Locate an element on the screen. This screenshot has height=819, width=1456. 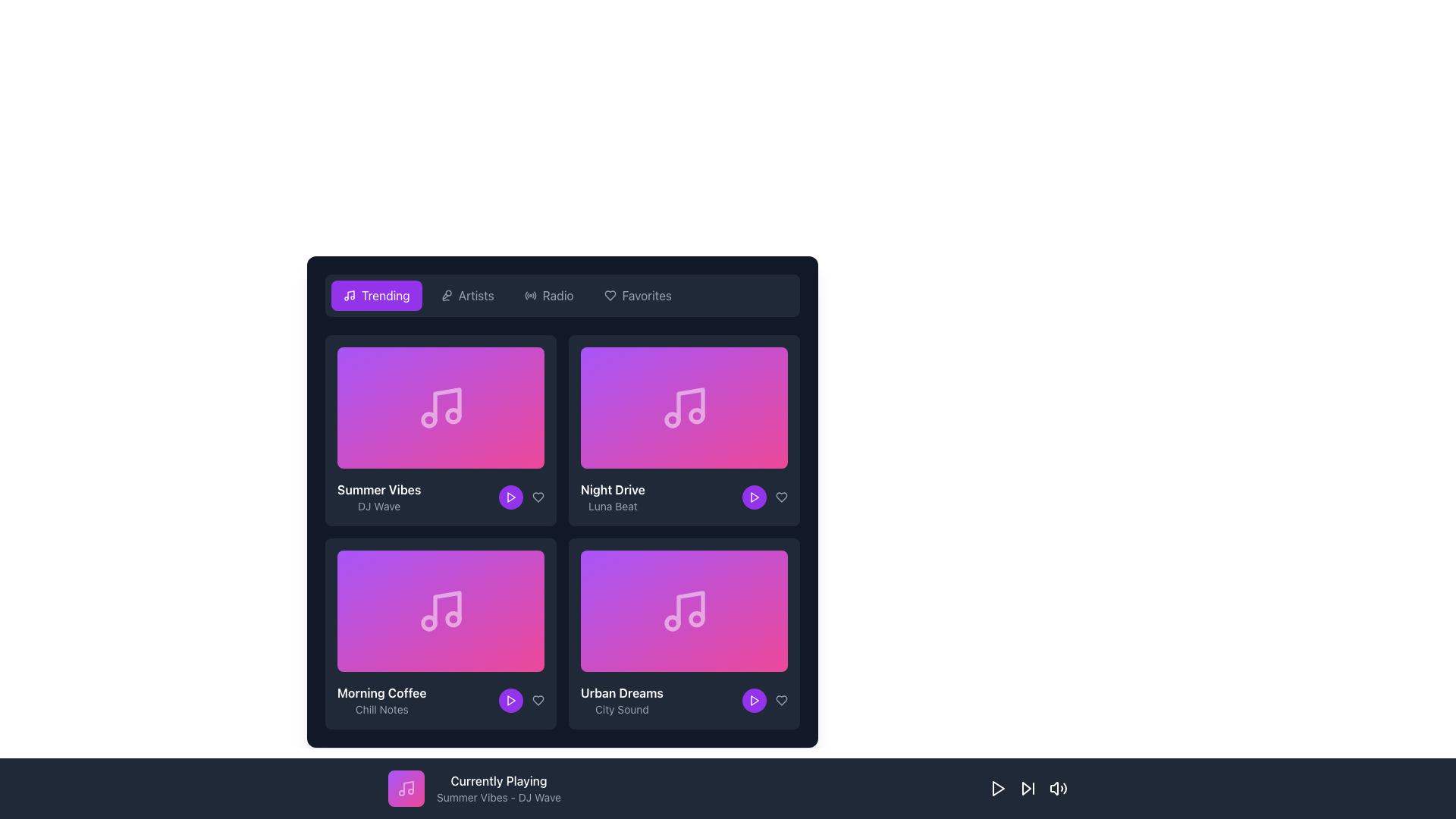
the music graphic icon representing the 'Urban Dreams' selection located at the top center of the bottom-right music card is located at coordinates (683, 610).